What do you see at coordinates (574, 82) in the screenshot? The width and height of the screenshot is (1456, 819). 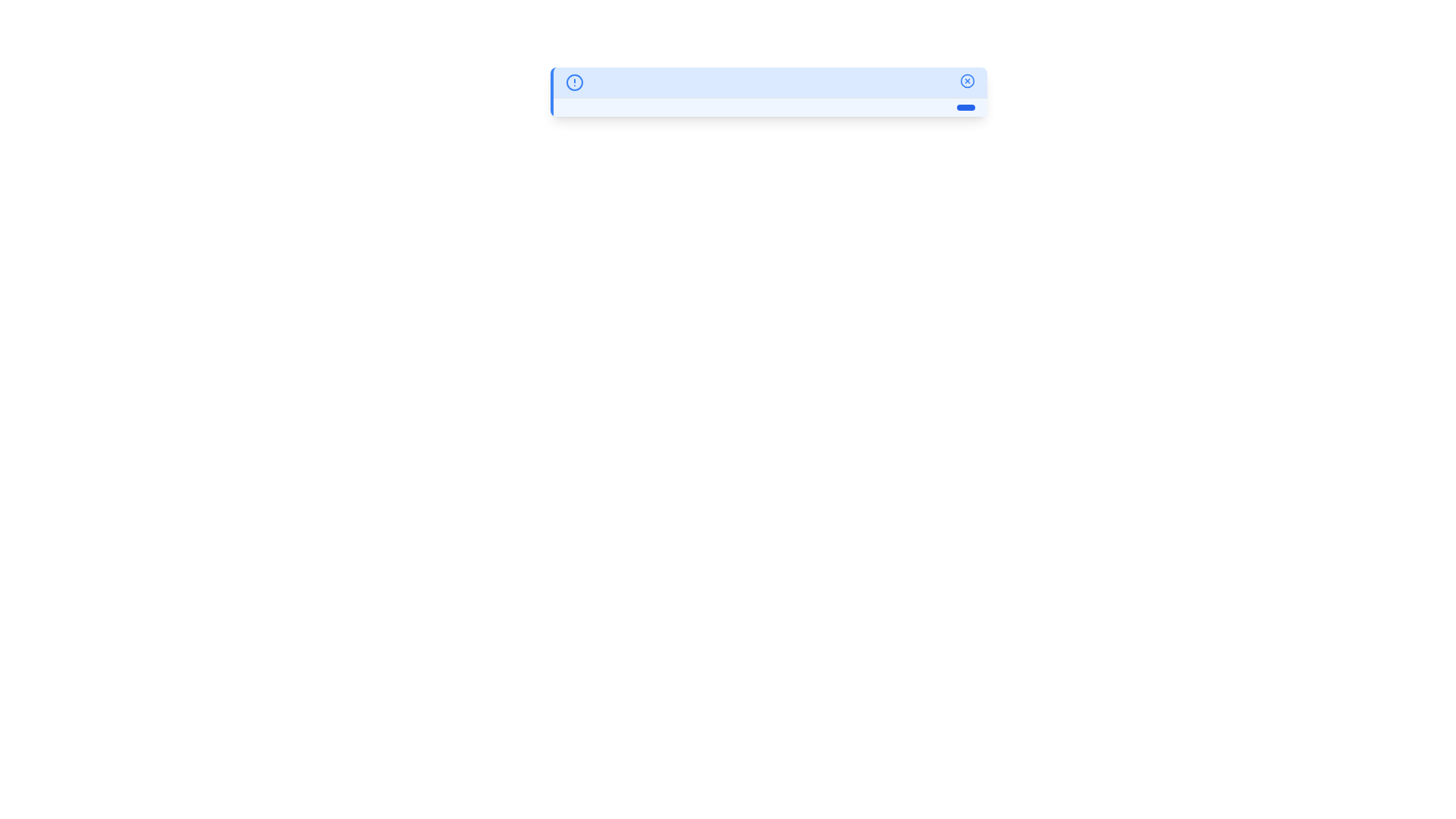 I see `the circular blue outlined alert icon located prominently on the left side of the bar for more details or actions` at bounding box center [574, 82].